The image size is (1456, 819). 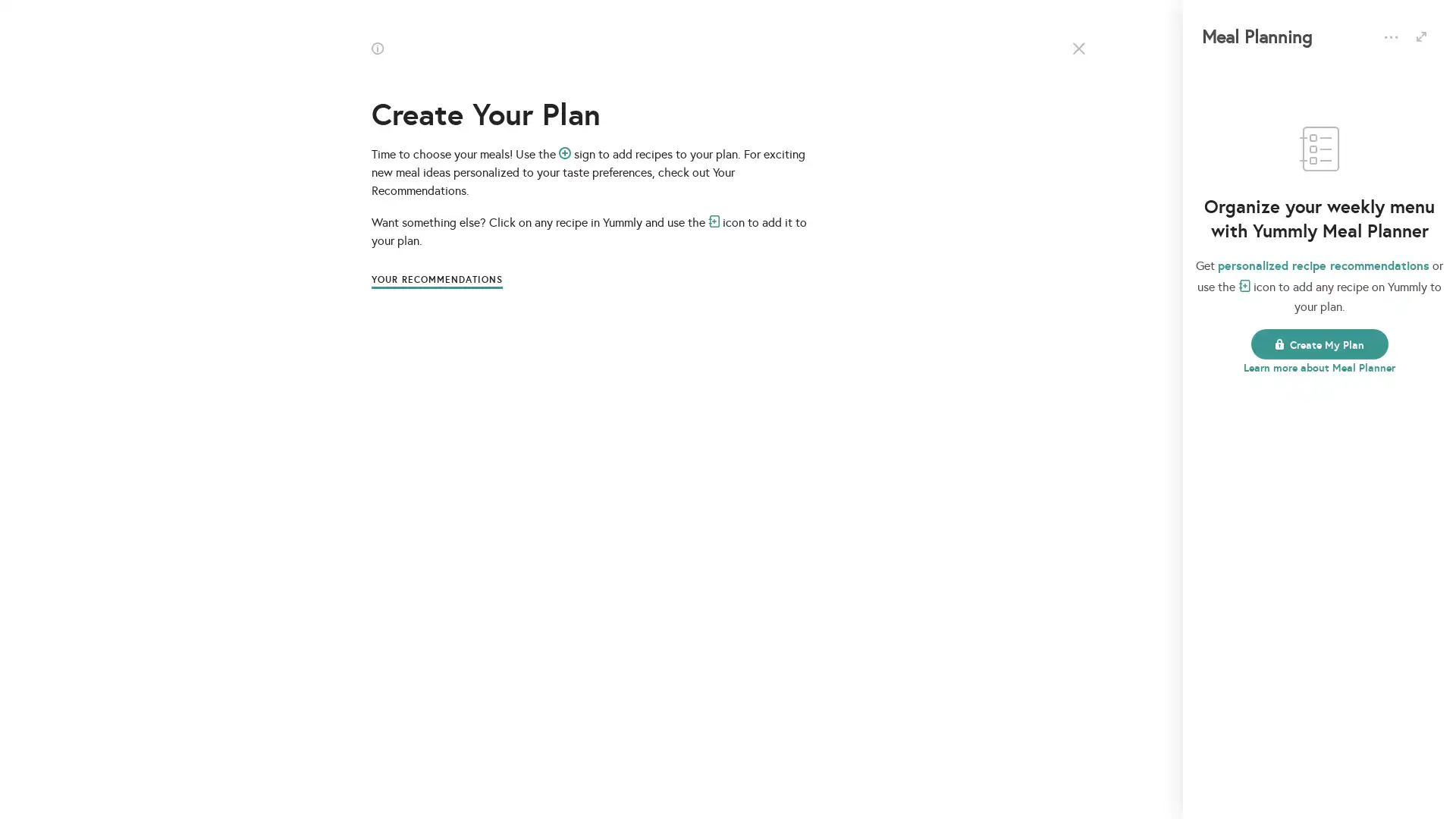 I want to click on Paleo, so click(x=938, y=312).